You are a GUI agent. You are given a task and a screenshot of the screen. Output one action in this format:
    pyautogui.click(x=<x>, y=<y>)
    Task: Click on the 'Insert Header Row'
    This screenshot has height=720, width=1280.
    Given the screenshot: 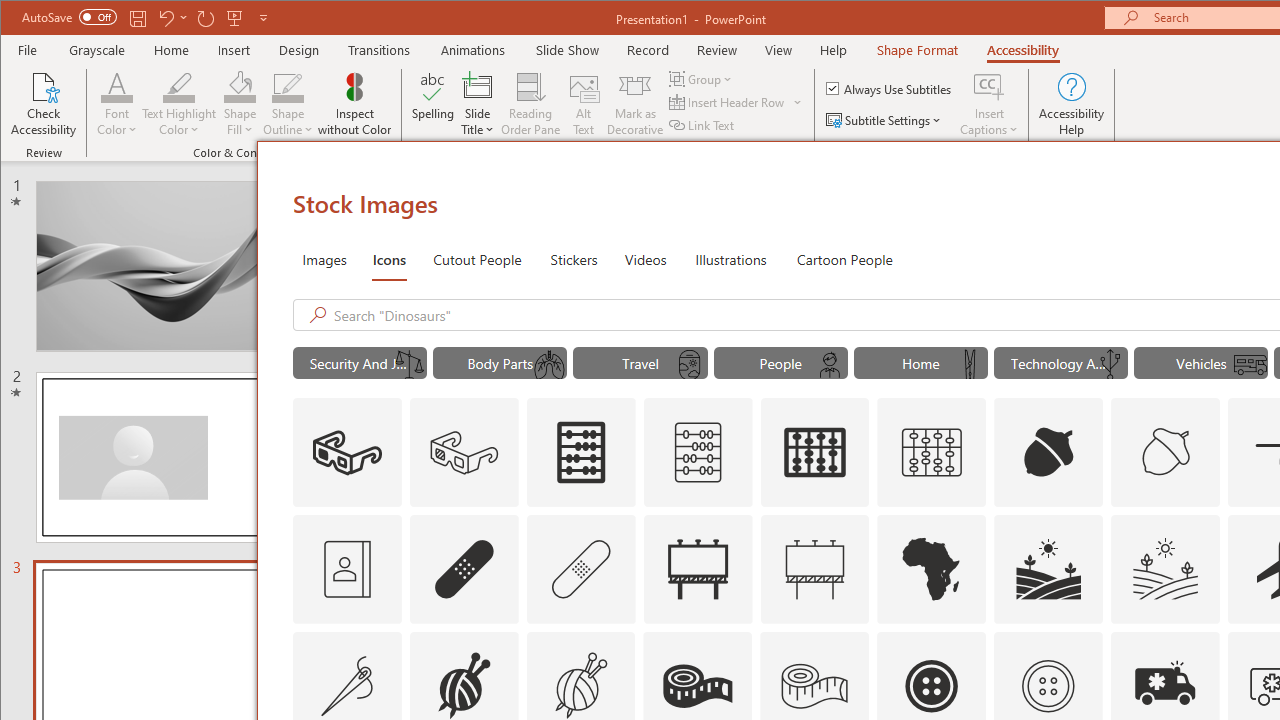 What is the action you would take?
    pyautogui.click(x=727, y=102)
    